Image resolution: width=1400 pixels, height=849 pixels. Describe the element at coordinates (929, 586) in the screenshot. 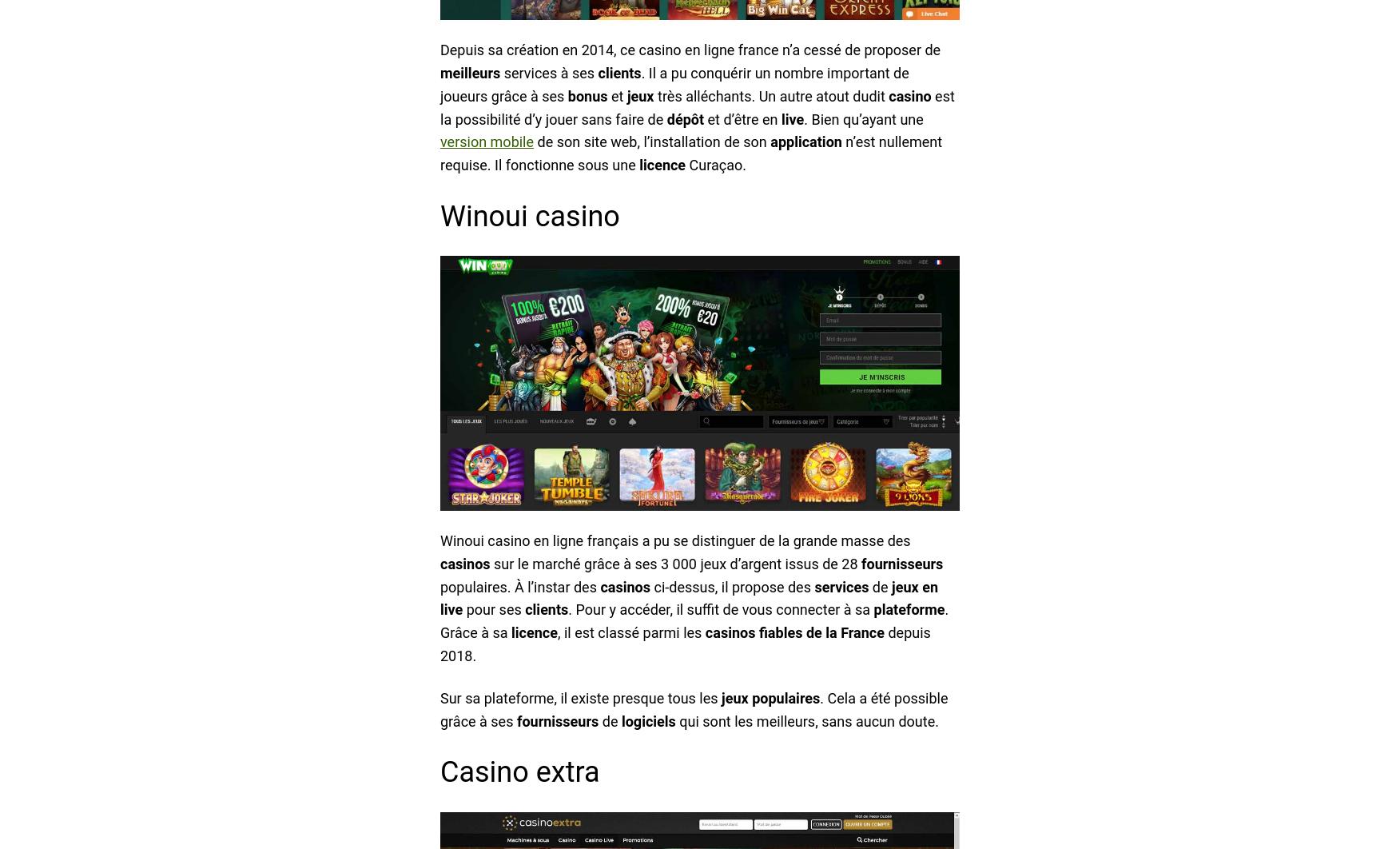

I see `'en'` at that location.